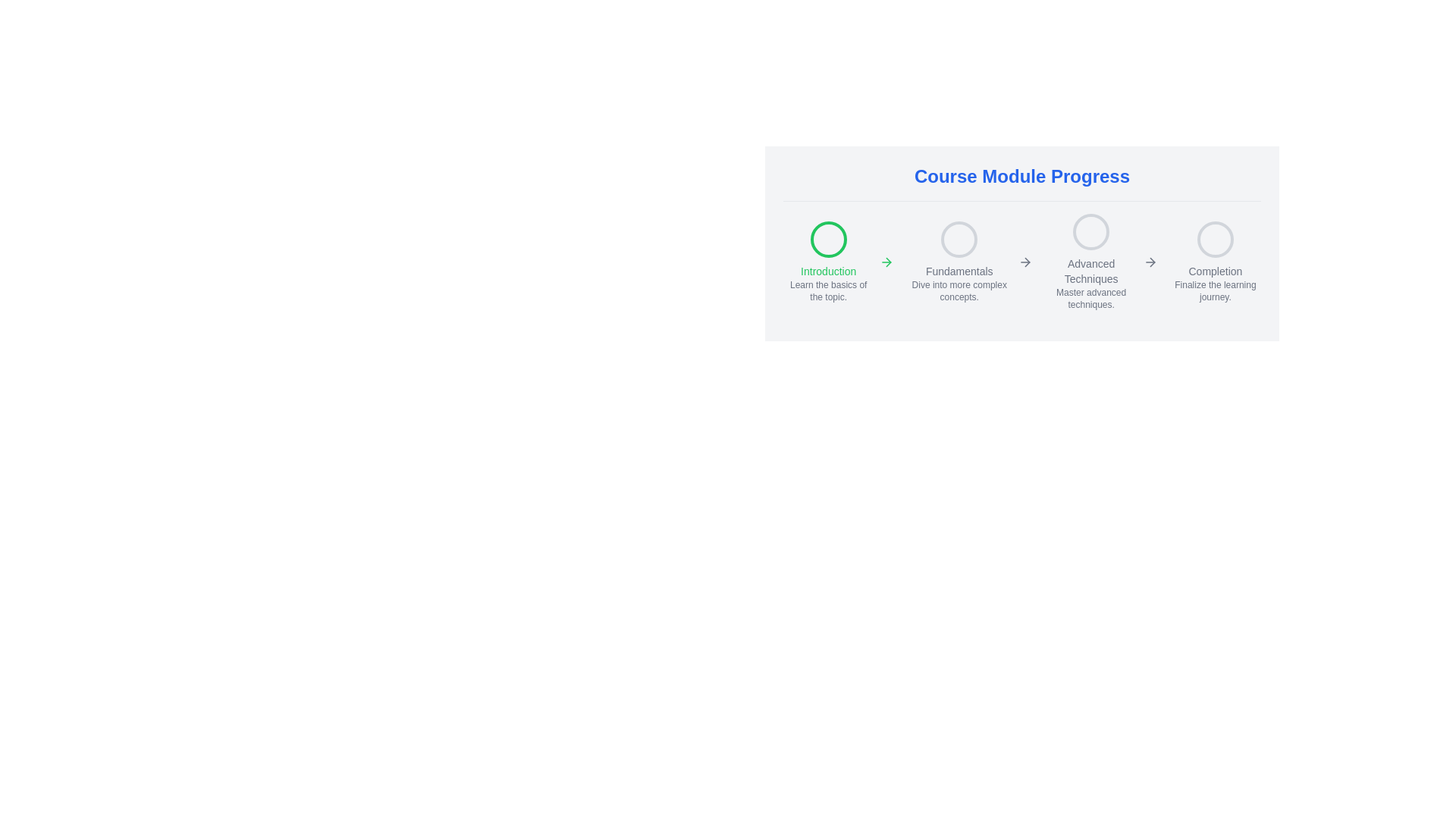 This screenshot has width=1456, height=819. What do you see at coordinates (959, 291) in the screenshot?
I see `descriptive text located below the 'Fundamentals' label in the progress tracker layout` at bounding box center [959, 291].